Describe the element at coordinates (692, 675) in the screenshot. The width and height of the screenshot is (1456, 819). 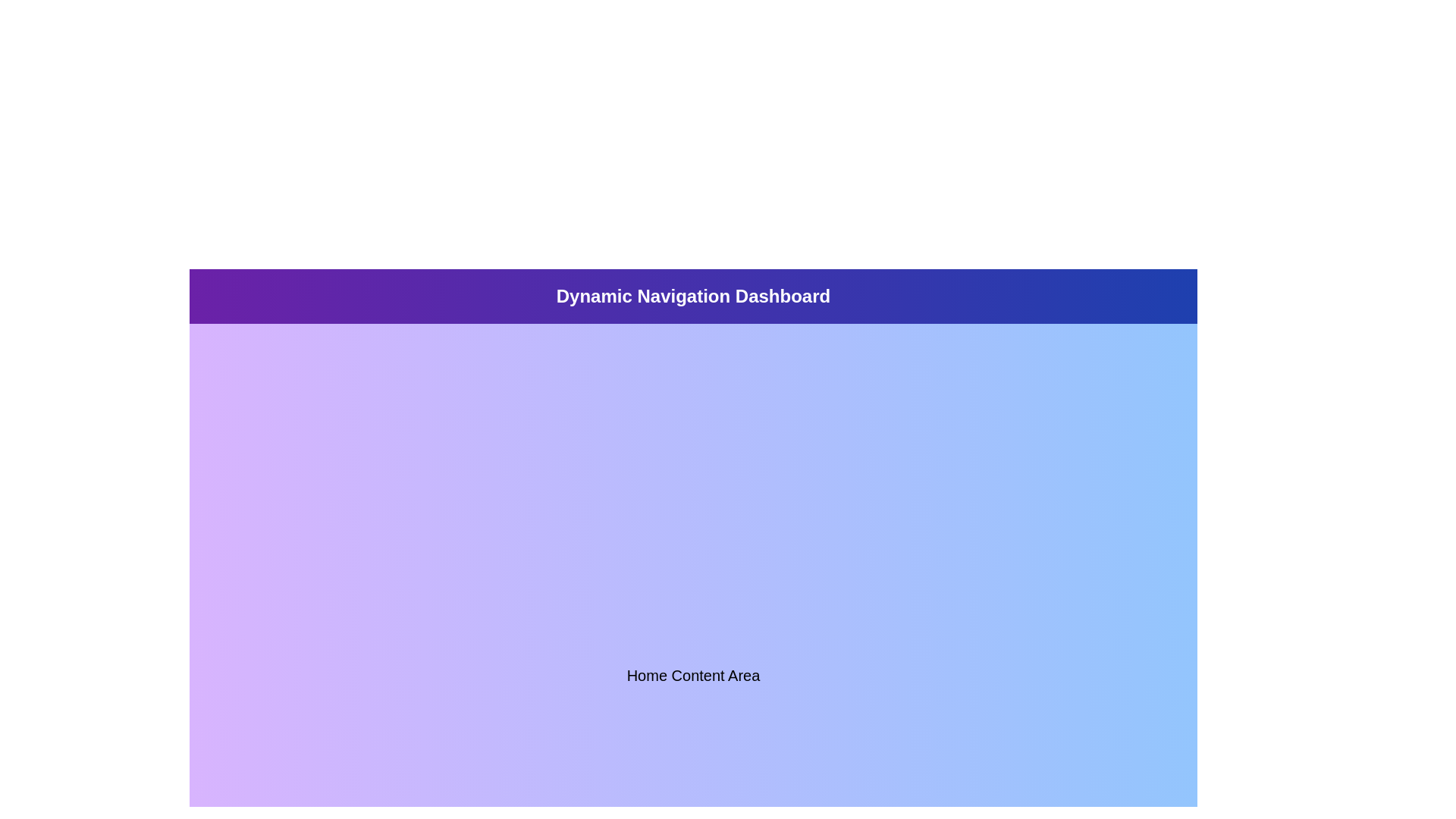
I see `text of the centrally positioned text label or heading that identifies the content area of the home page` at that location.